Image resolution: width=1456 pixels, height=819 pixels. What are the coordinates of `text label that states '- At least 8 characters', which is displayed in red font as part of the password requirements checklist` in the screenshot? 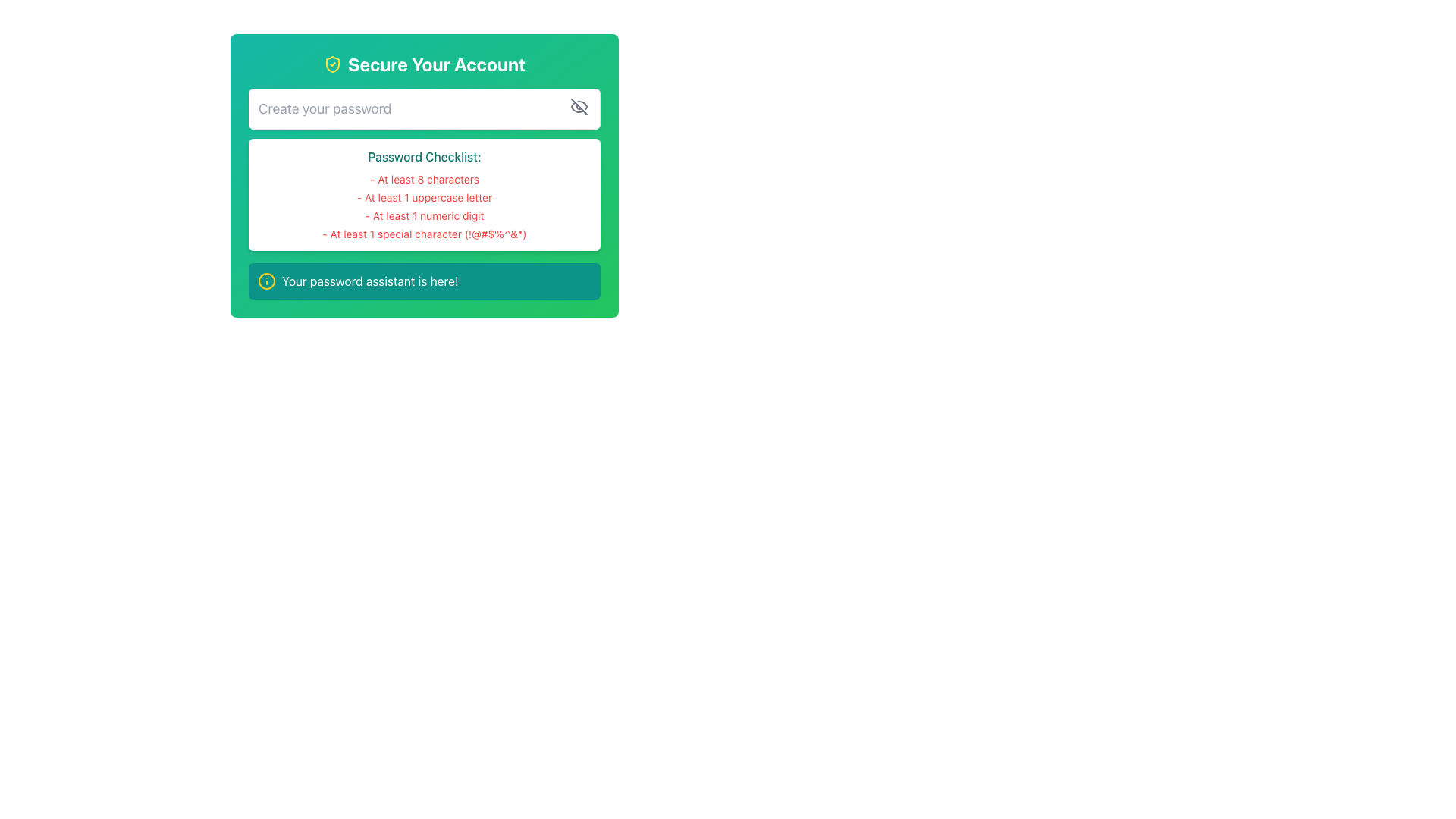 It's located at (425, 178).